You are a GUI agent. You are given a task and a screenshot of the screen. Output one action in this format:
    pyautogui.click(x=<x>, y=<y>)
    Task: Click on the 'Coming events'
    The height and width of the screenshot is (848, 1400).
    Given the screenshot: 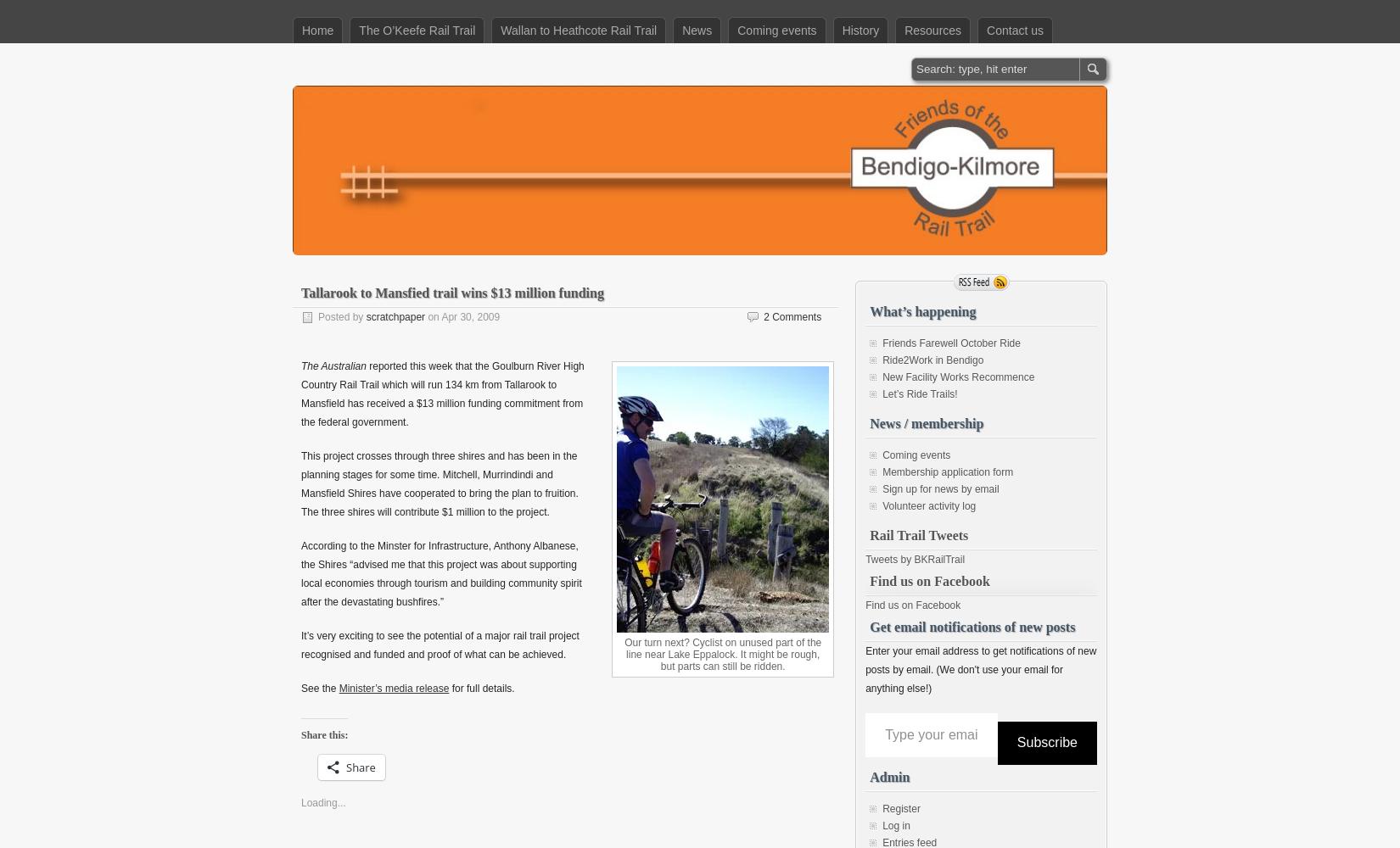 What is the action you would take?
    pyautogui.click(x=916, y=455)
    